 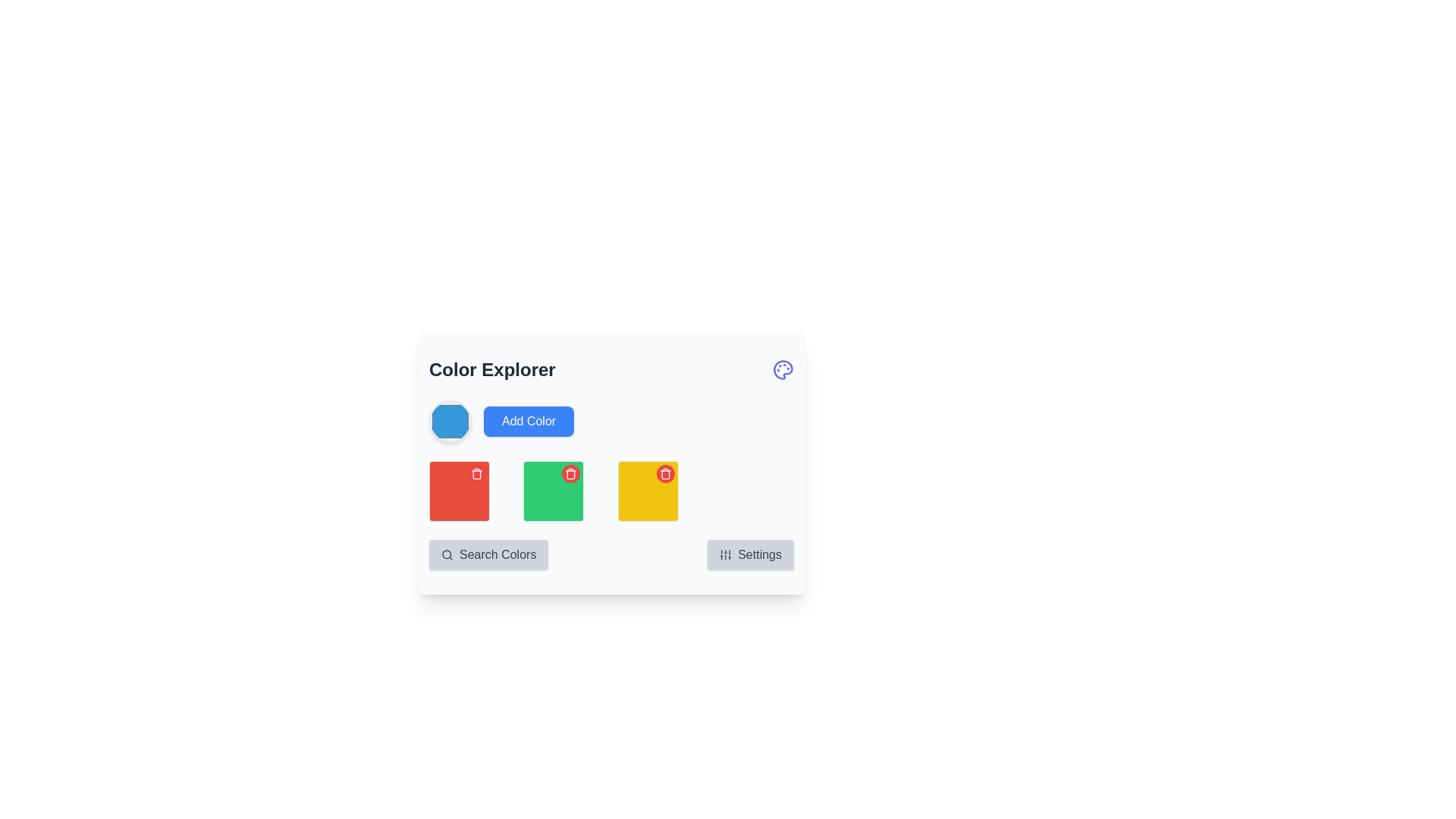 I want to click on the red circular button with a white trash can icon located in the top-right corner of the yellow square in the third column of the 'Color Explorer' interface, so click(x=665, y=472).